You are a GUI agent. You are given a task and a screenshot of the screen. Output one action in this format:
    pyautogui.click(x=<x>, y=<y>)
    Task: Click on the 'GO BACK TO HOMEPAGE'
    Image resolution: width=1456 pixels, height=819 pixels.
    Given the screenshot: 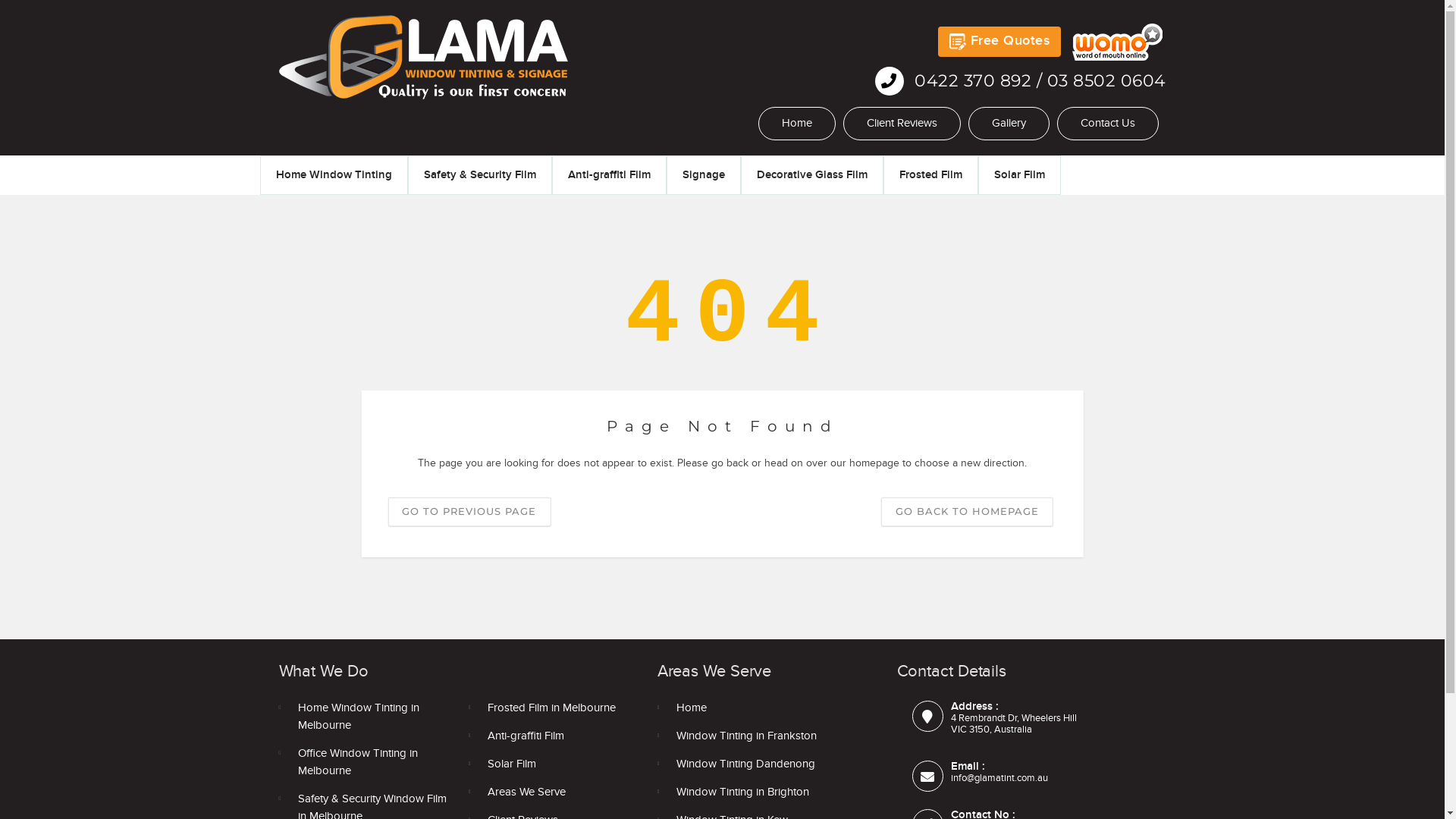 What is the action you would take?
    pyautogui.click(x=966, y=511)
    